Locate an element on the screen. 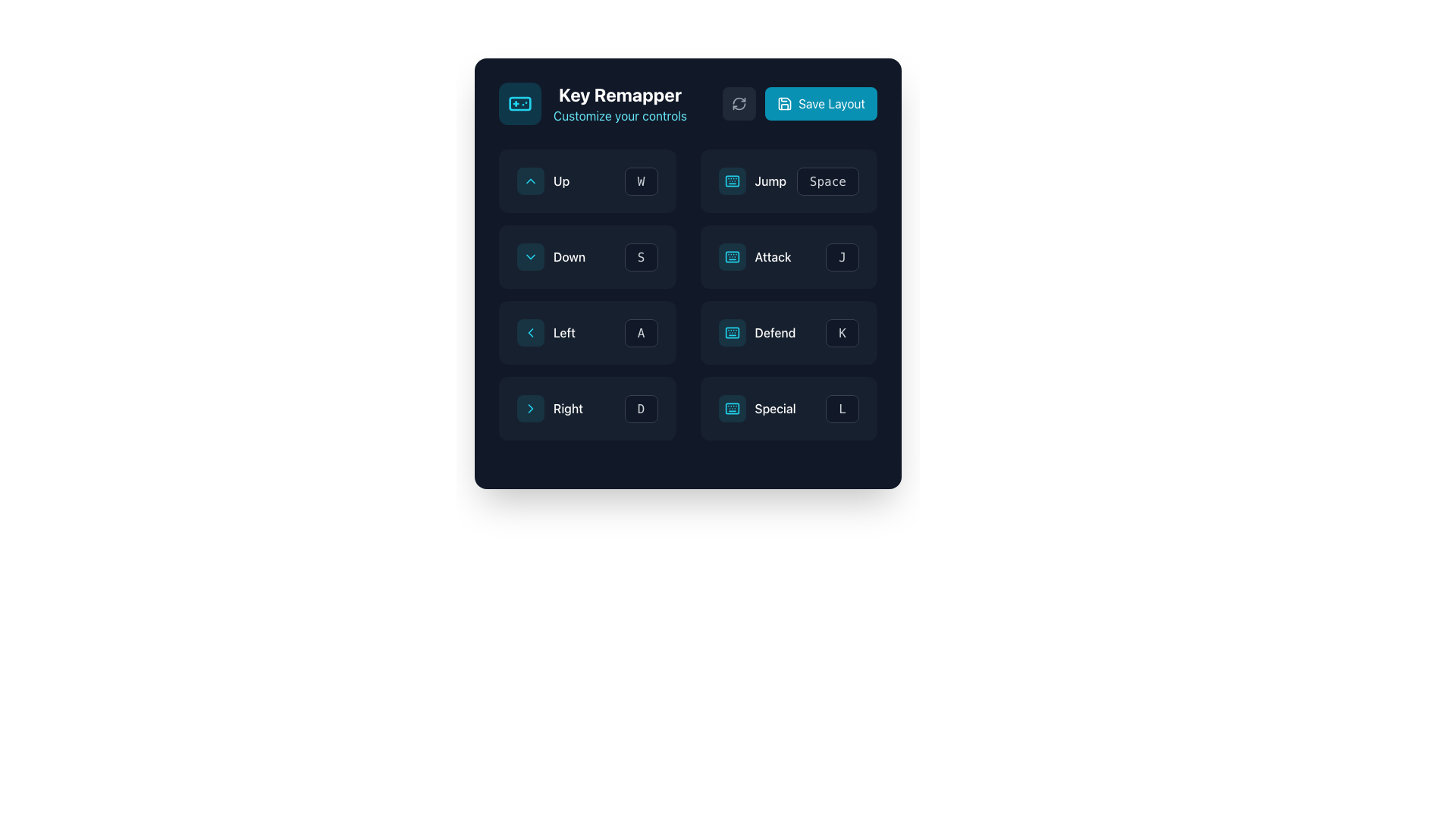  graphical icon part represented by the SVG rectangle component, which indicates keyboard functionality, located at the top-right corner of the interface is located at coordinates (732, 180).